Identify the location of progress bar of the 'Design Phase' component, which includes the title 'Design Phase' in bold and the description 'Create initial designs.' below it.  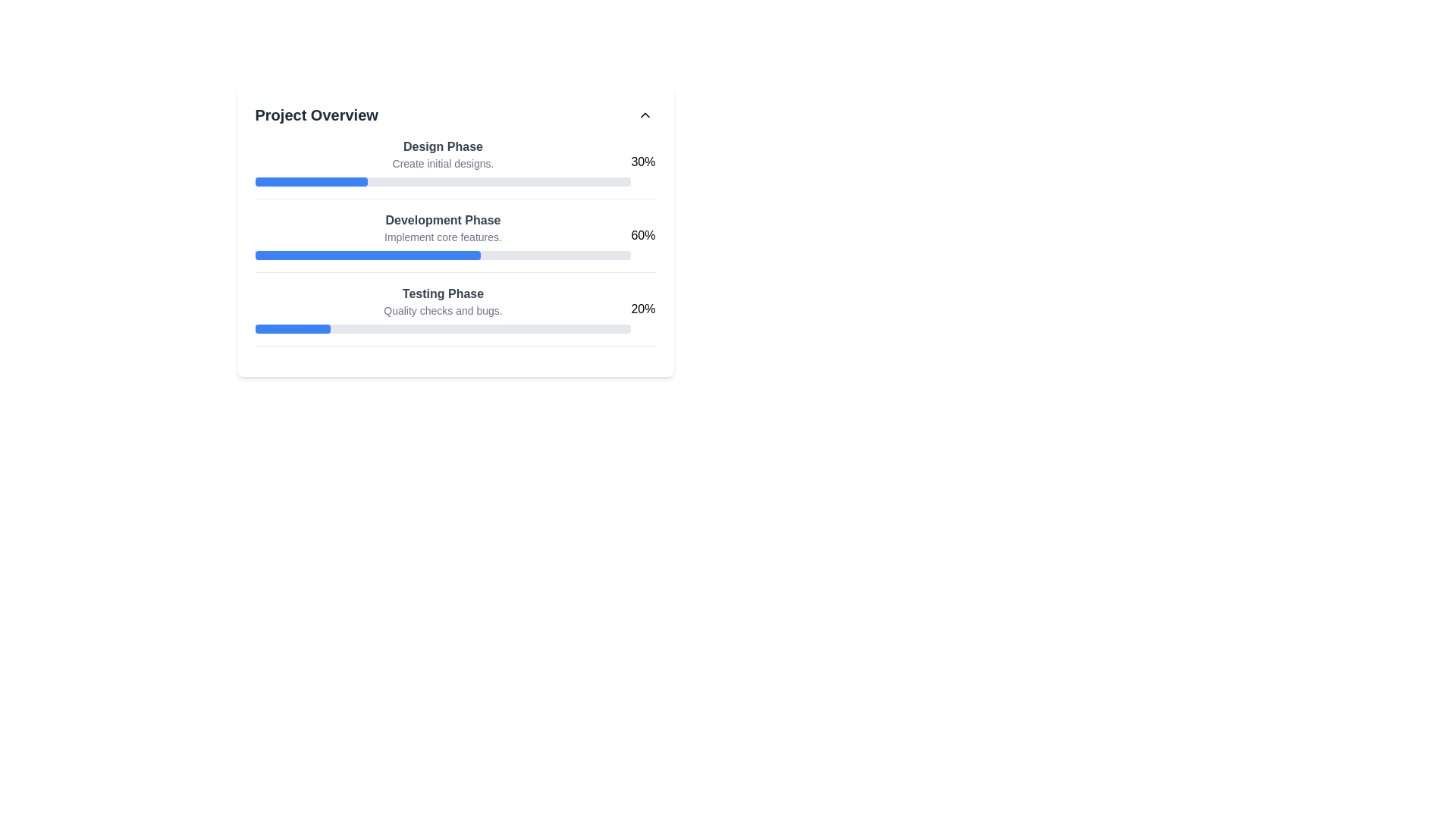
(442, 162).